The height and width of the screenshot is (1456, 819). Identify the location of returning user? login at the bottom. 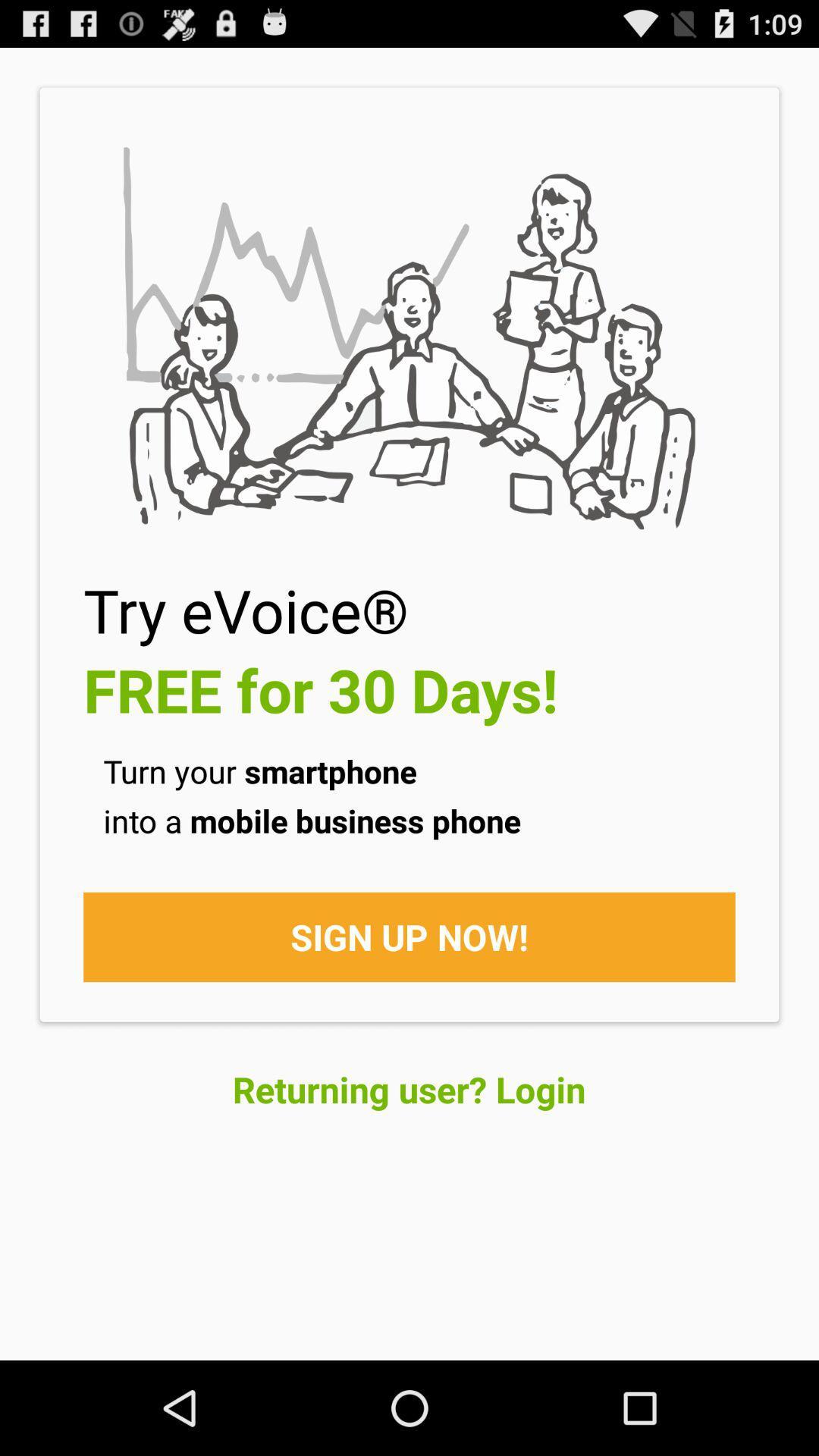
(408, 1088).